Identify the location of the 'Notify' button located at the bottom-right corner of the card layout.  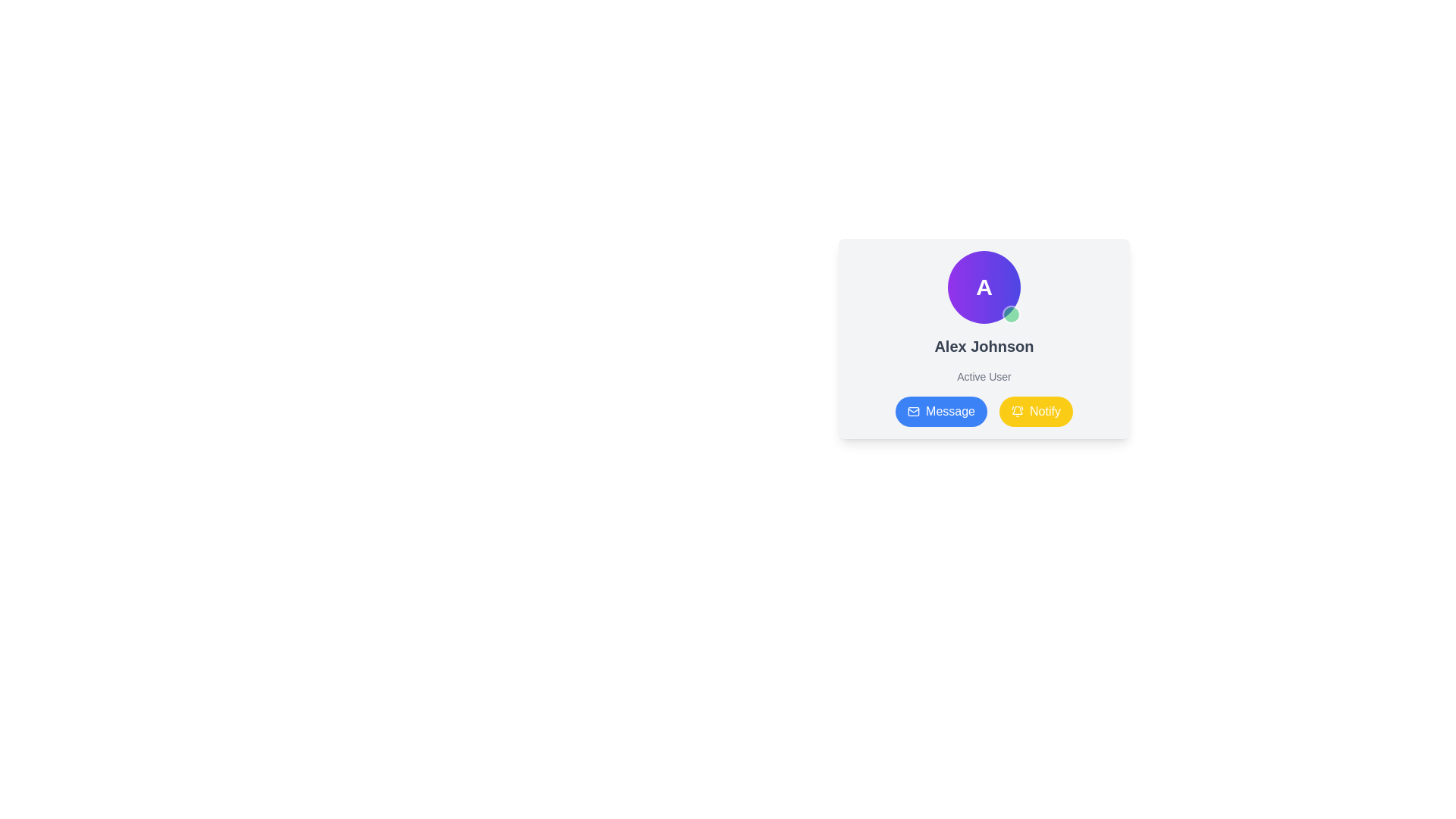
(1035, 412).